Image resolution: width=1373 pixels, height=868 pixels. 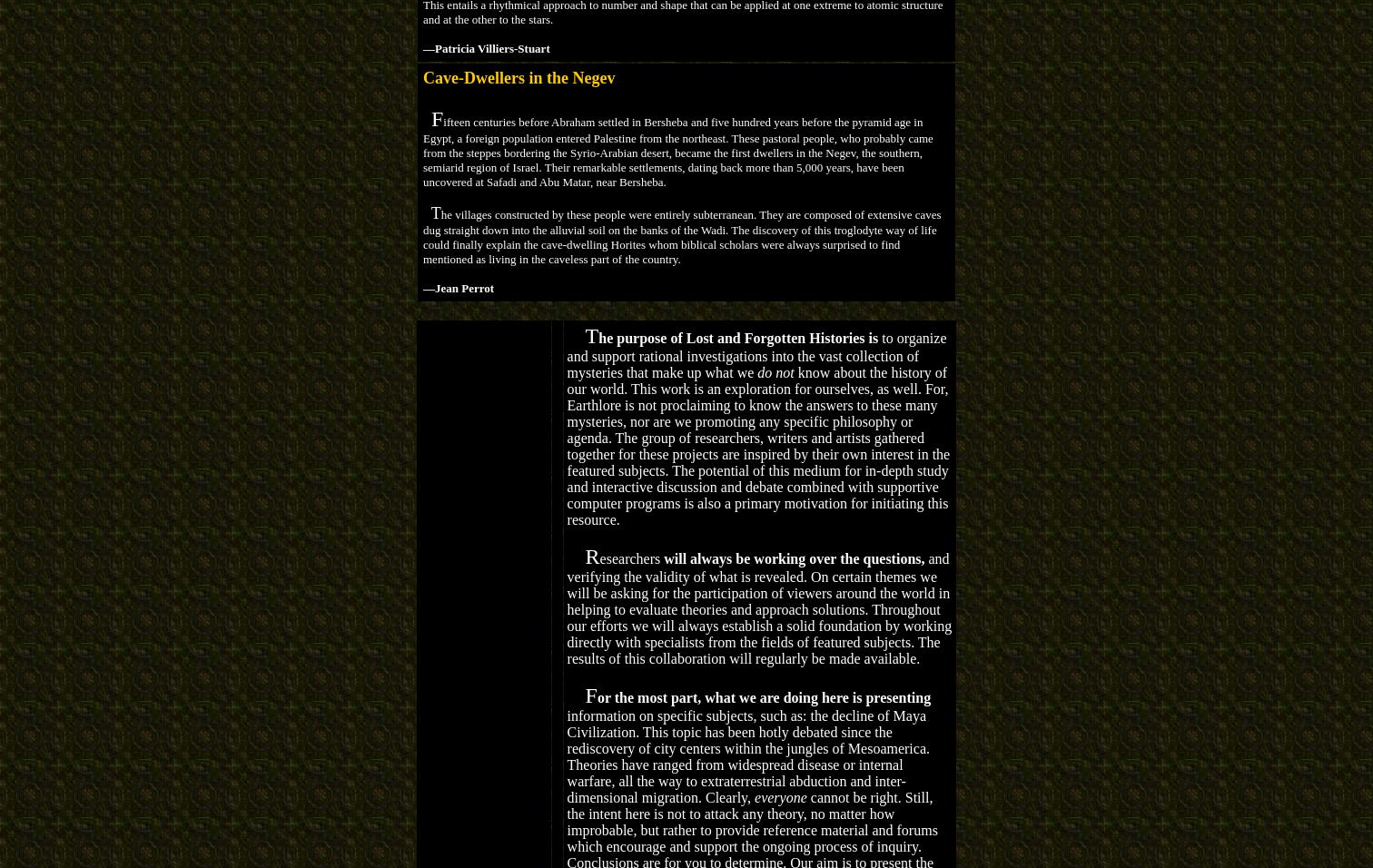 What do you see at coordinates (780, 796) in the screenshot?
I see `'everyone'` at bounding box center [780, 796].